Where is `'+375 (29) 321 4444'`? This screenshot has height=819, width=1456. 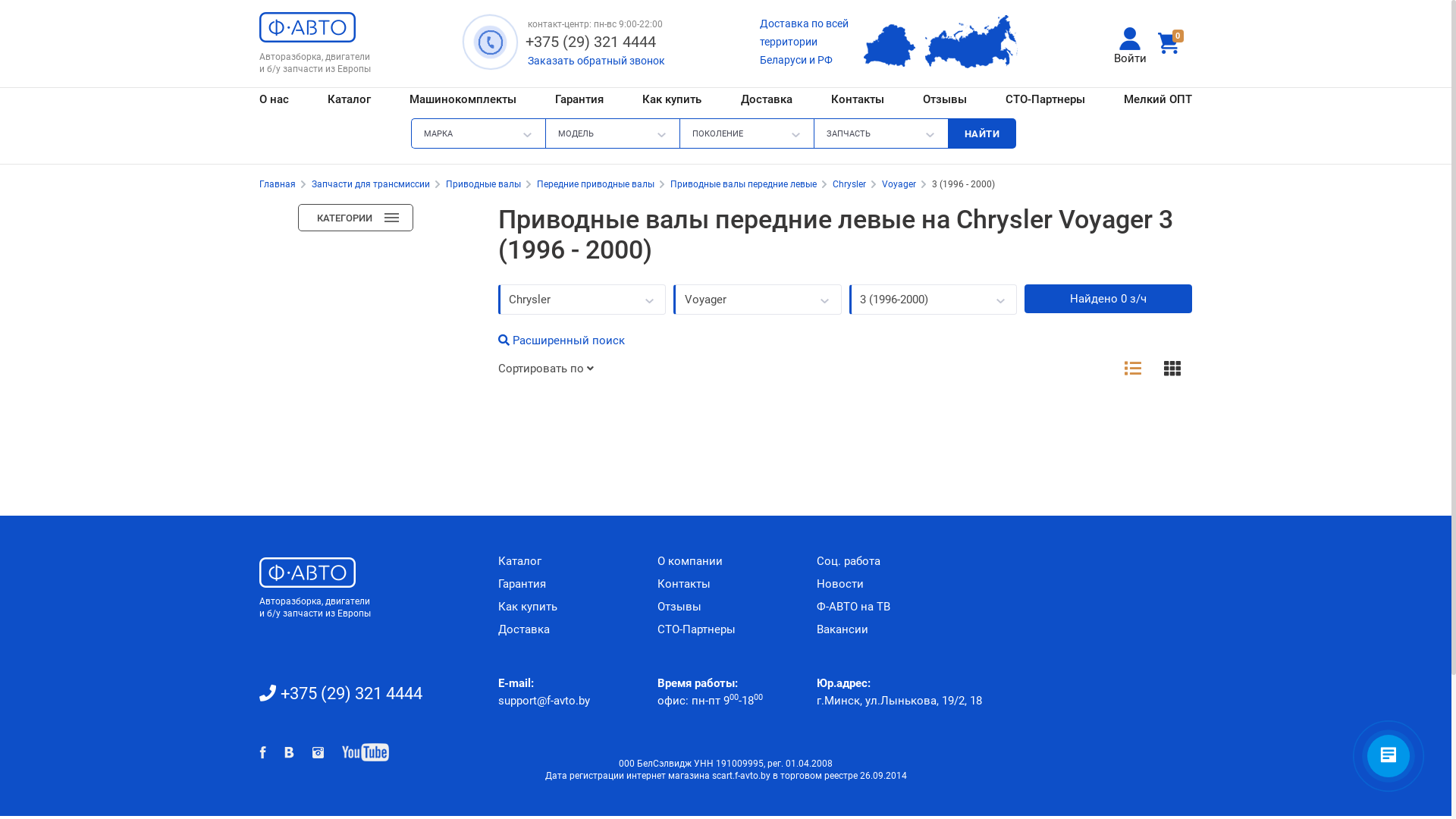 '+375 (29) 321 4444' is located at coordinates (591, 41).